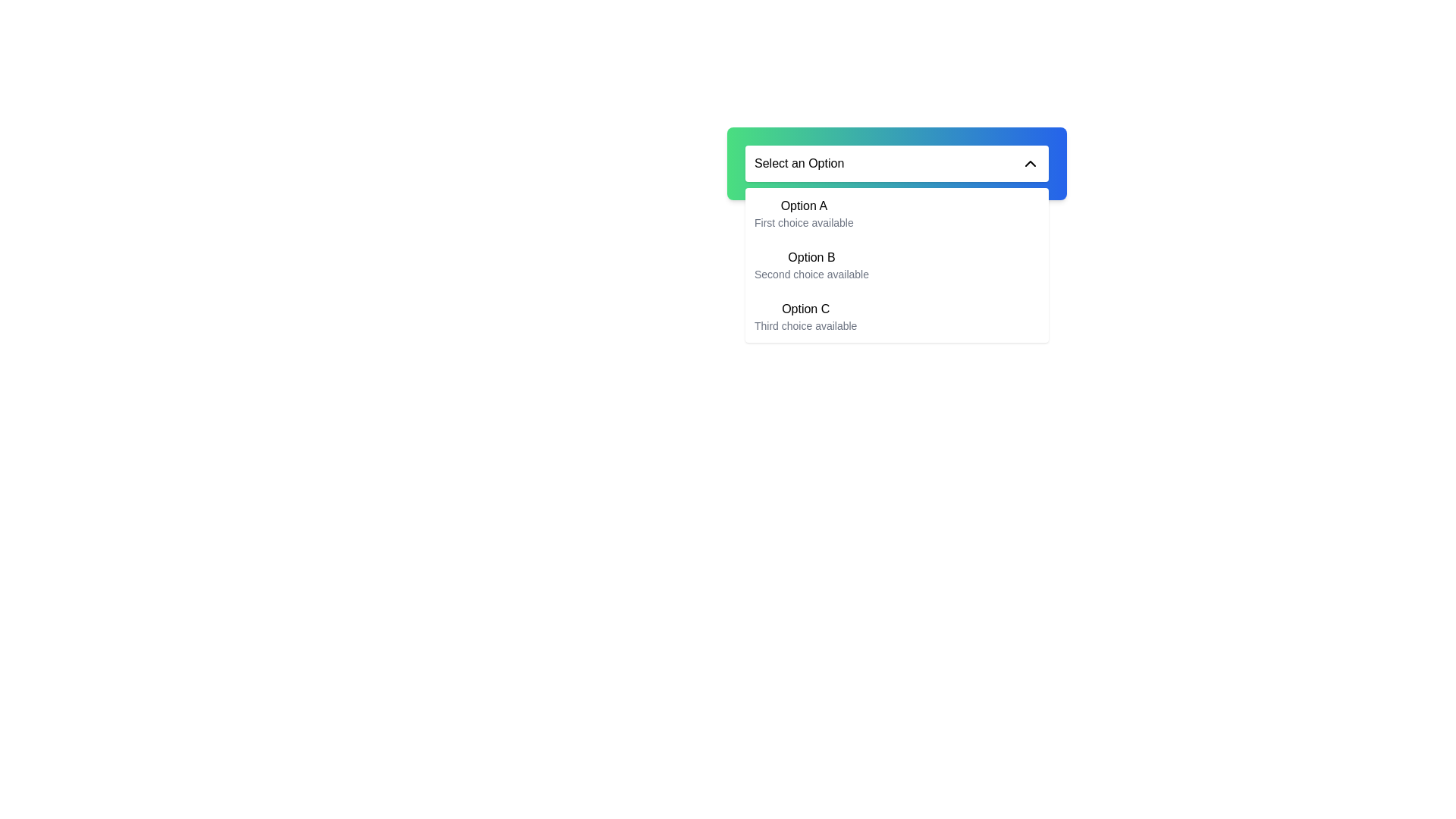 The height and width of the screenshot is (819, 1456). What do you see at coordinates (805, 325) in the screenshot?
I see `the non-interactive text label providing supplementary details about 'Option C', located within the dropdown menu under 'Option C'` at bounding box center [805, 325].